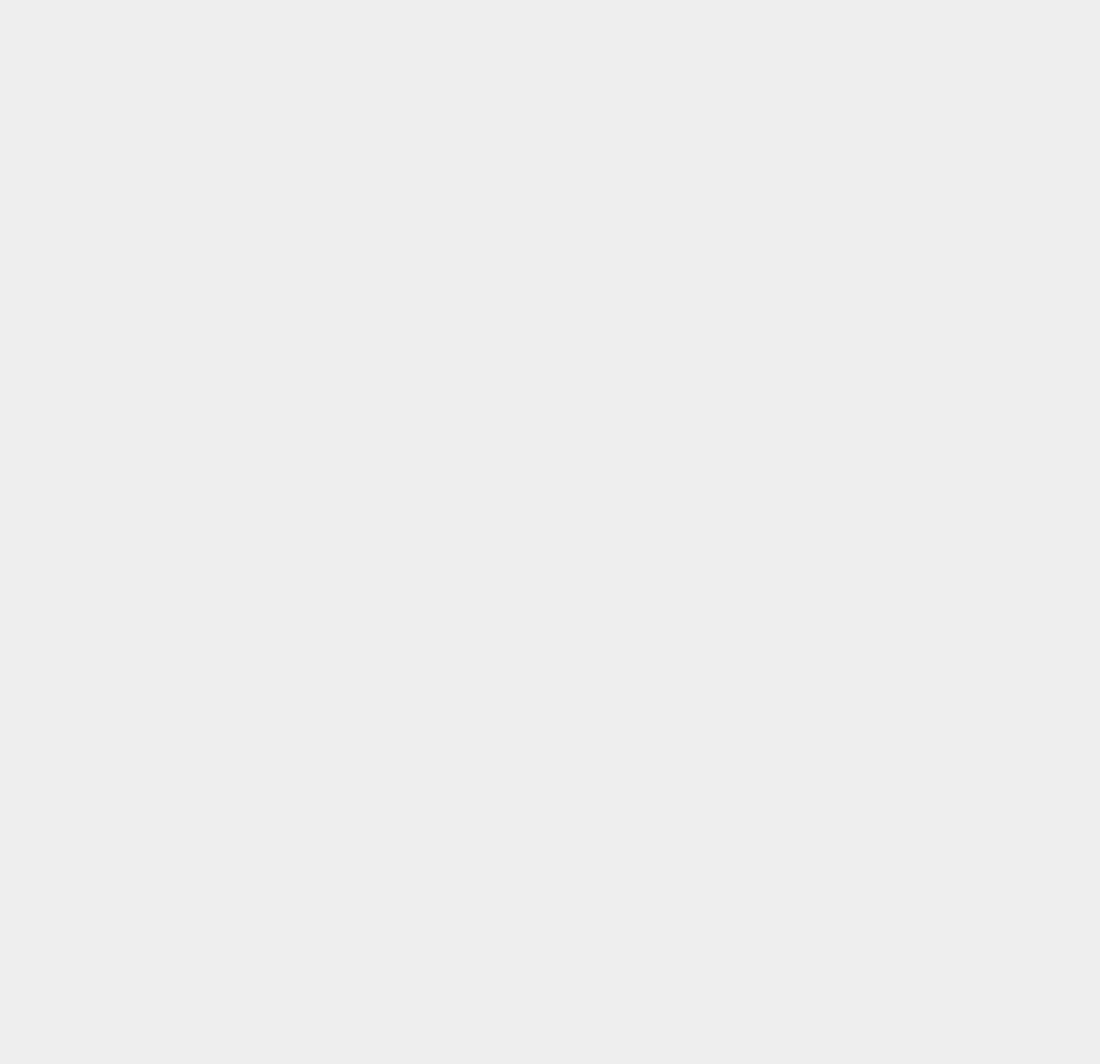  Describe the element at coordinates (778, 639) in the screenshot. I see `'OS X 10.11.2'` at that location.